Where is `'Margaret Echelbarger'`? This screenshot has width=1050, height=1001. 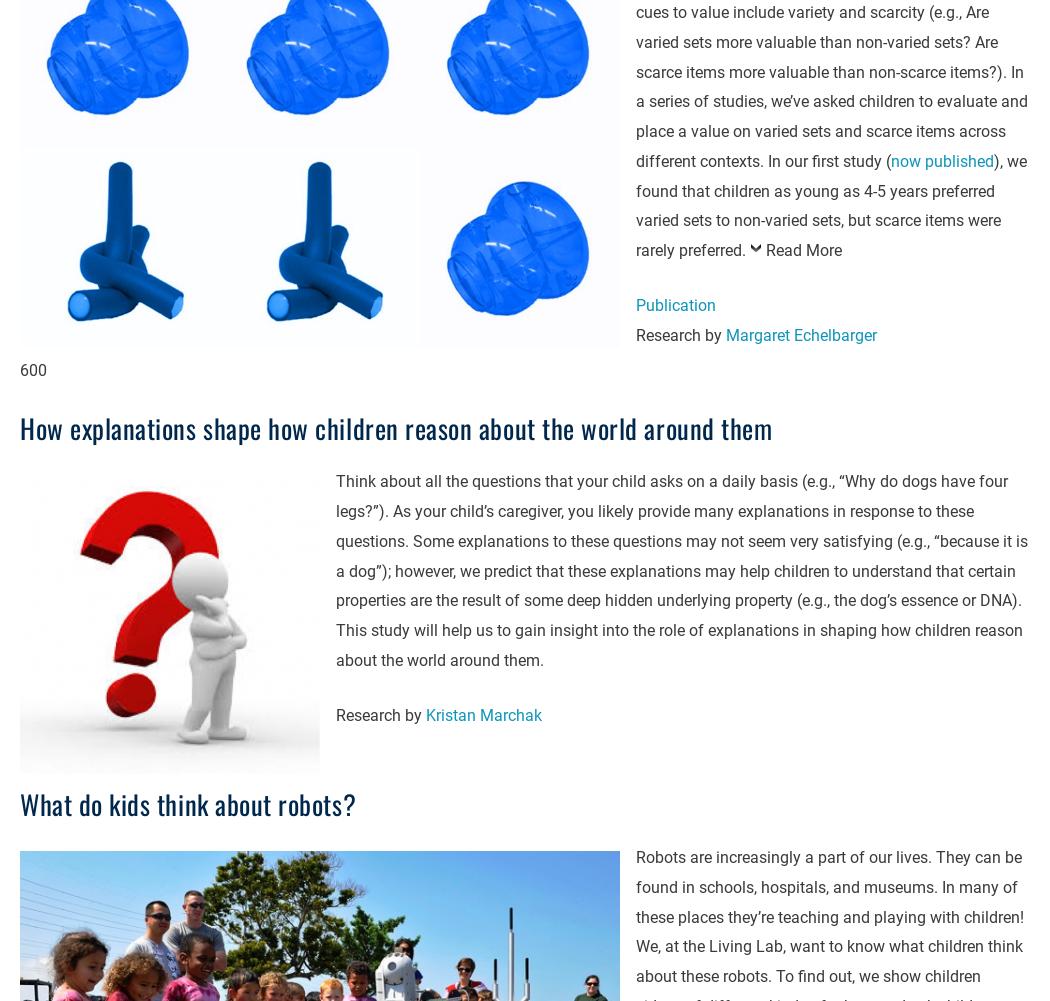
'Margaret Echelbarger' is located at coordinates (720, 334).